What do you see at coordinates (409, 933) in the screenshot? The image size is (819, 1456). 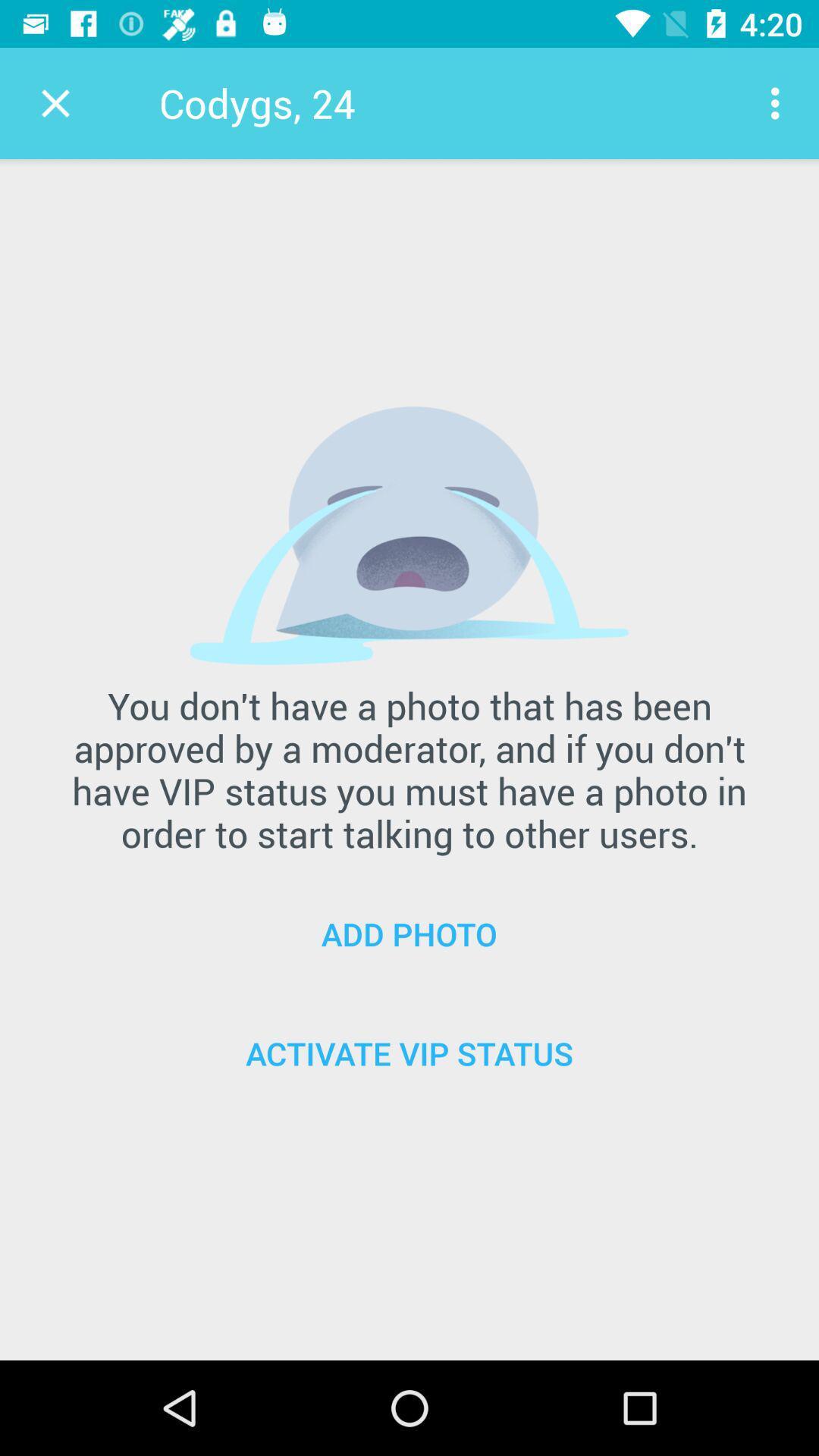 I see `add photo icon` at bounding box center [409, 933].